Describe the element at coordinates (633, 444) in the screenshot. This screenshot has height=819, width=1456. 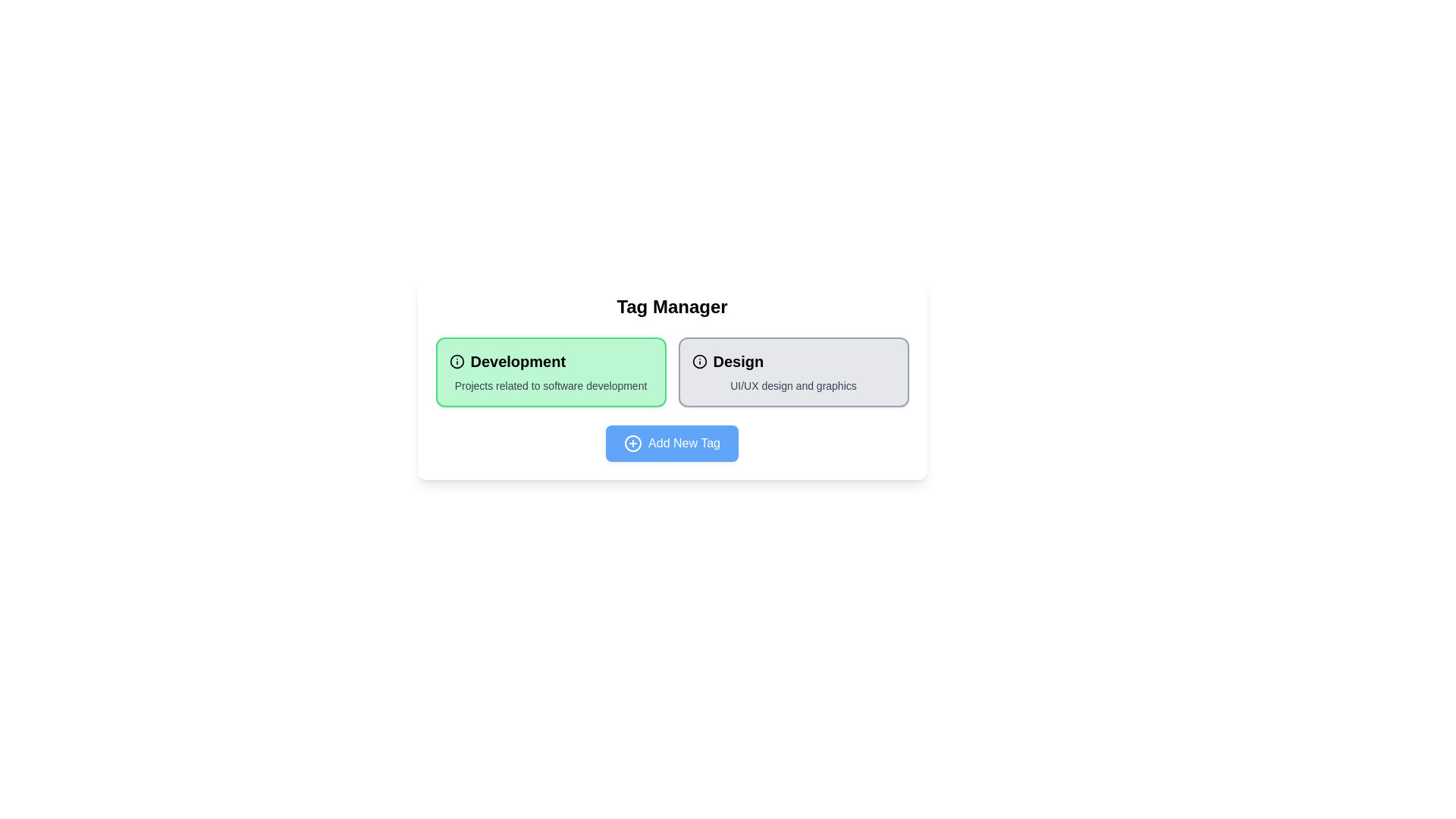
I see `the circular blue boundary of the 'Add New Tag' button, which is centrally located below the main content box` at that location.